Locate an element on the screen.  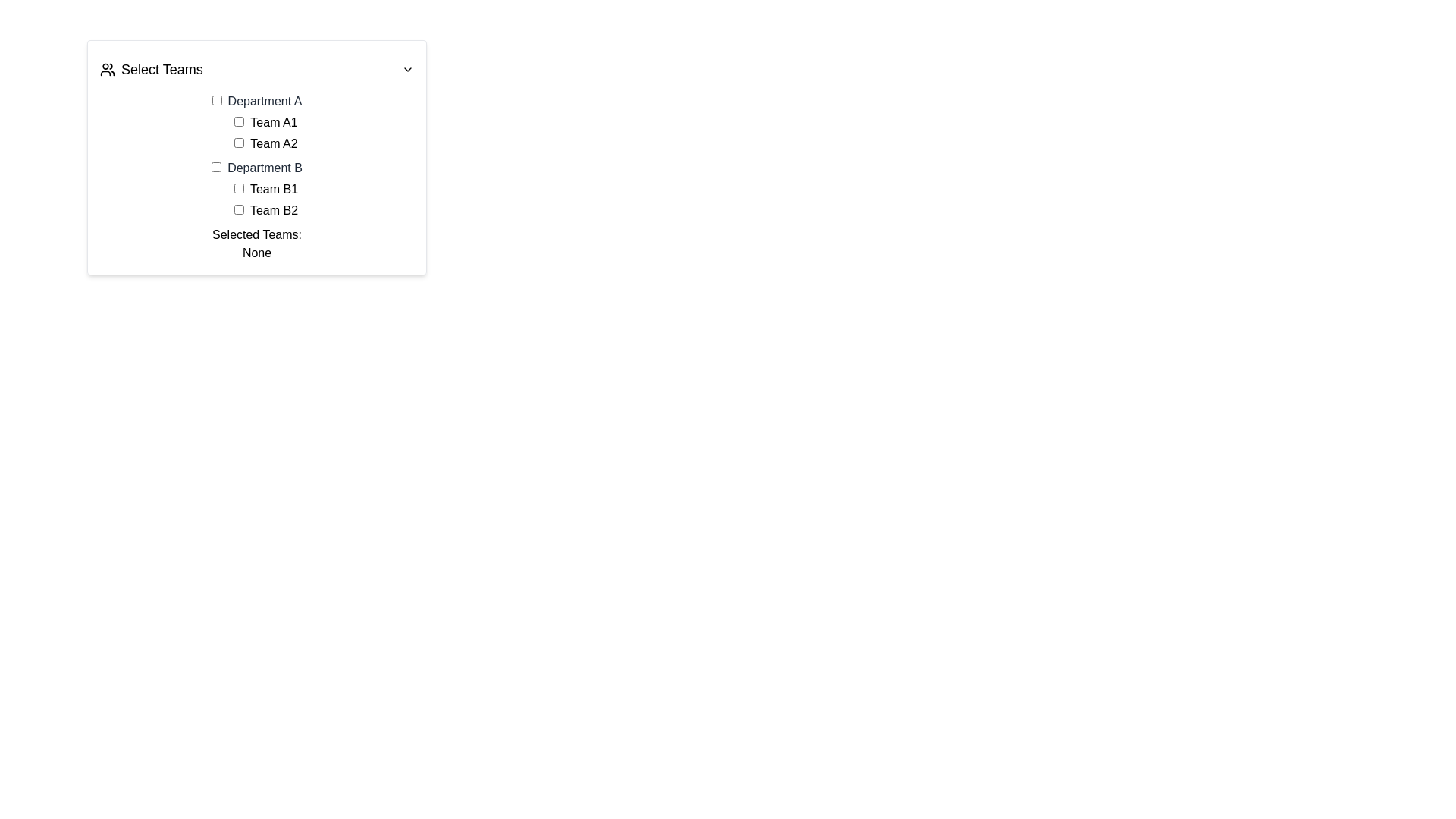
the downward-facing chevron icon located at the far right of the 'Select Teams' dropdown header is located at coordinates (407, 70).